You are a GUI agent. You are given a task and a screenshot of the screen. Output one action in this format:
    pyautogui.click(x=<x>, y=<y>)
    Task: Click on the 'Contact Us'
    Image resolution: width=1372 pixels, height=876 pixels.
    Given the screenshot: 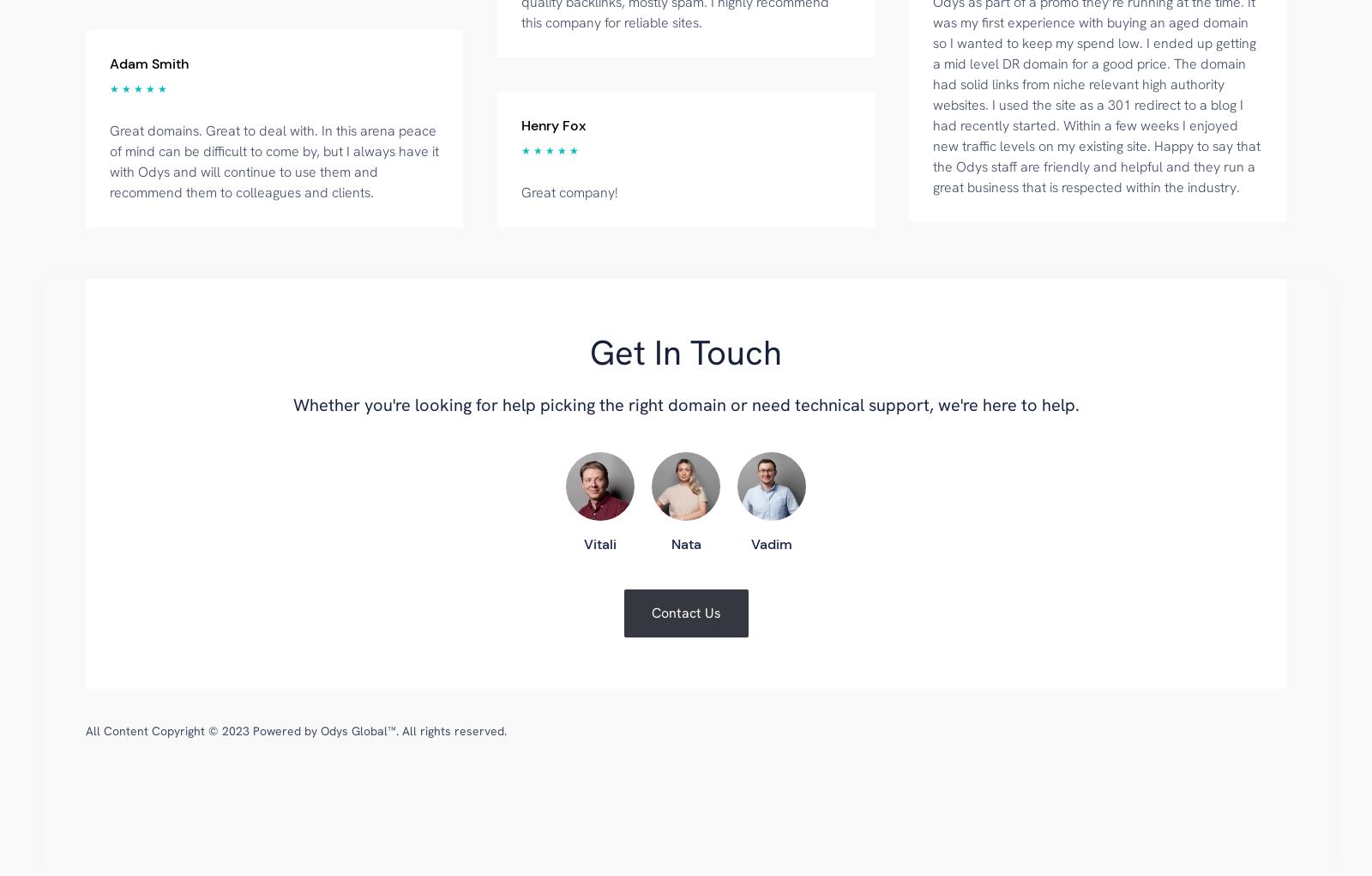 What is the action you would take?
    pyautogui.click(x=685, y=611)
    